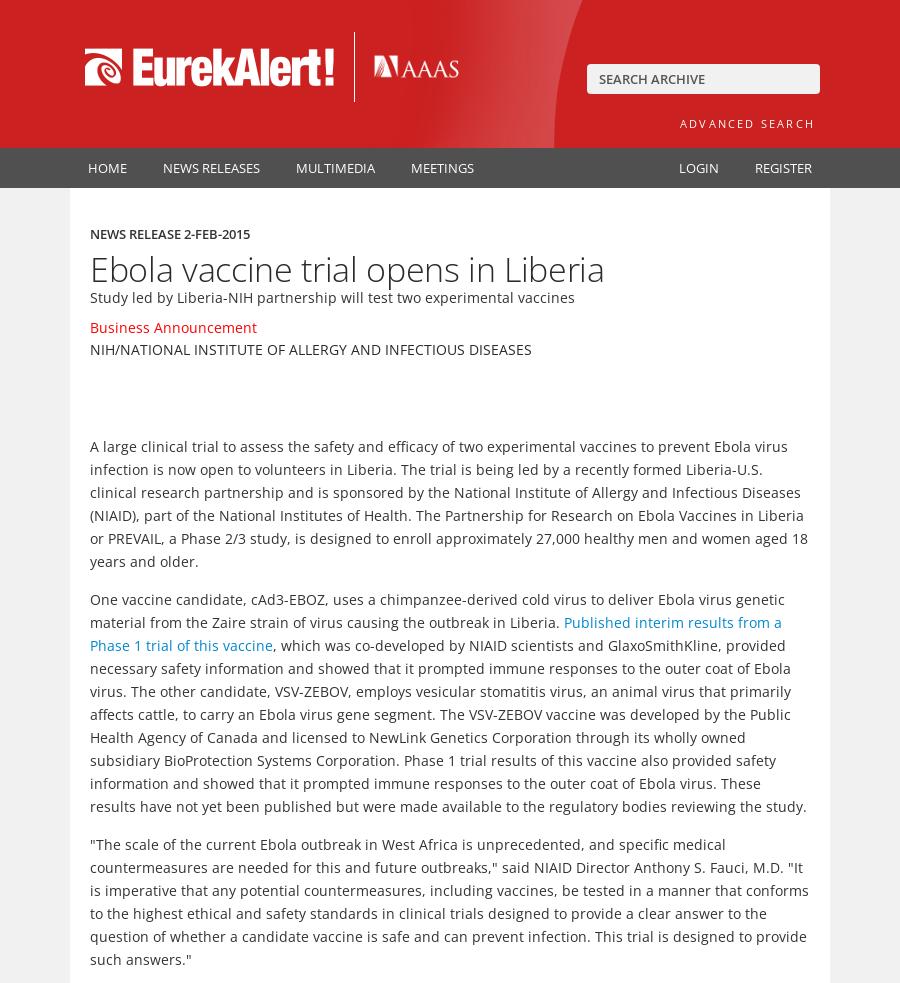  I want to click on 'Business Announcement', so click(173, 327).